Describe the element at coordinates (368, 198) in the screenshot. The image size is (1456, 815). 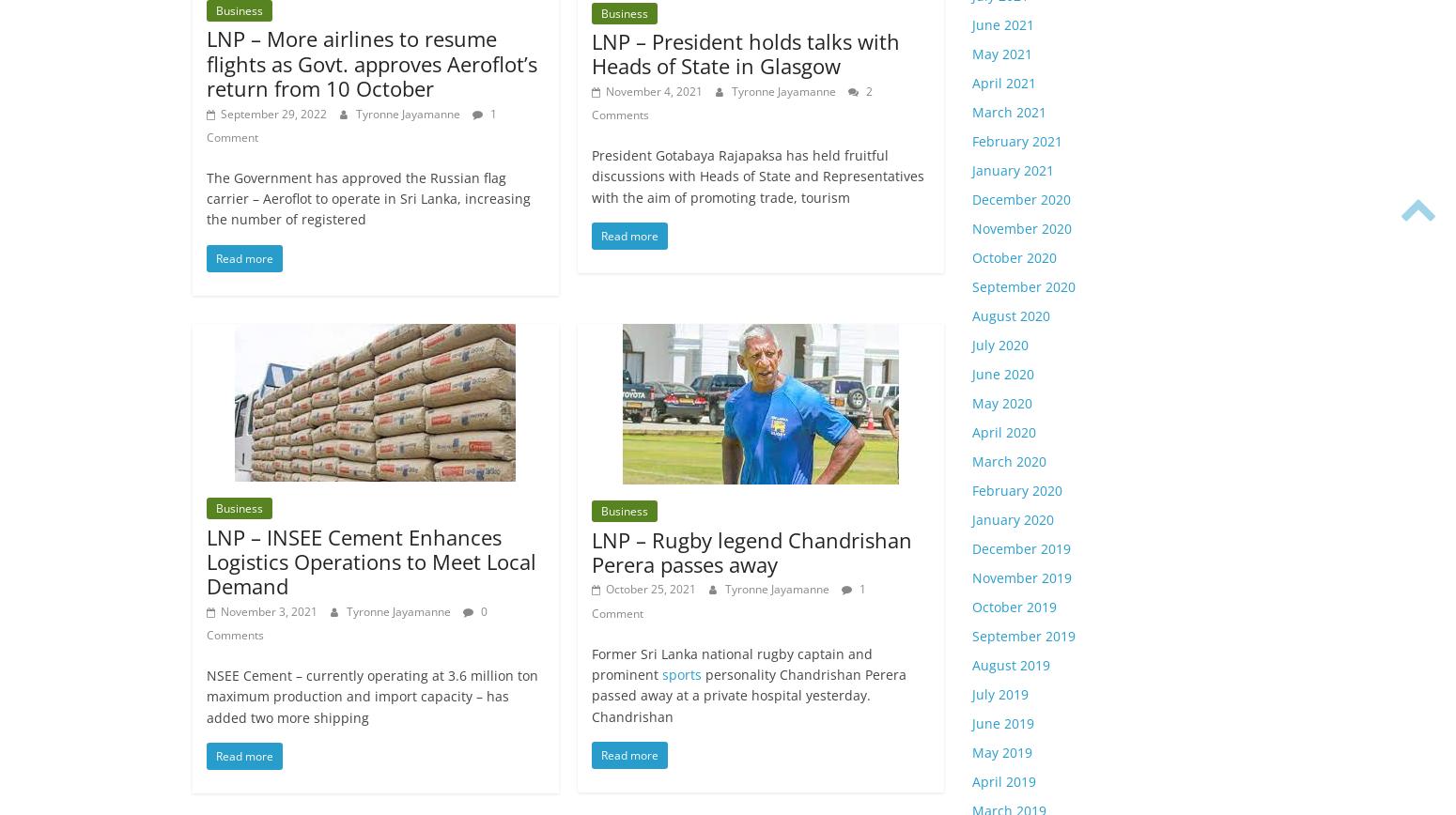
I see `'The Government has approved the Russian flag carrier – Aeroflot to operate in Sri Lanka, increasing the number of registered'` at that location.